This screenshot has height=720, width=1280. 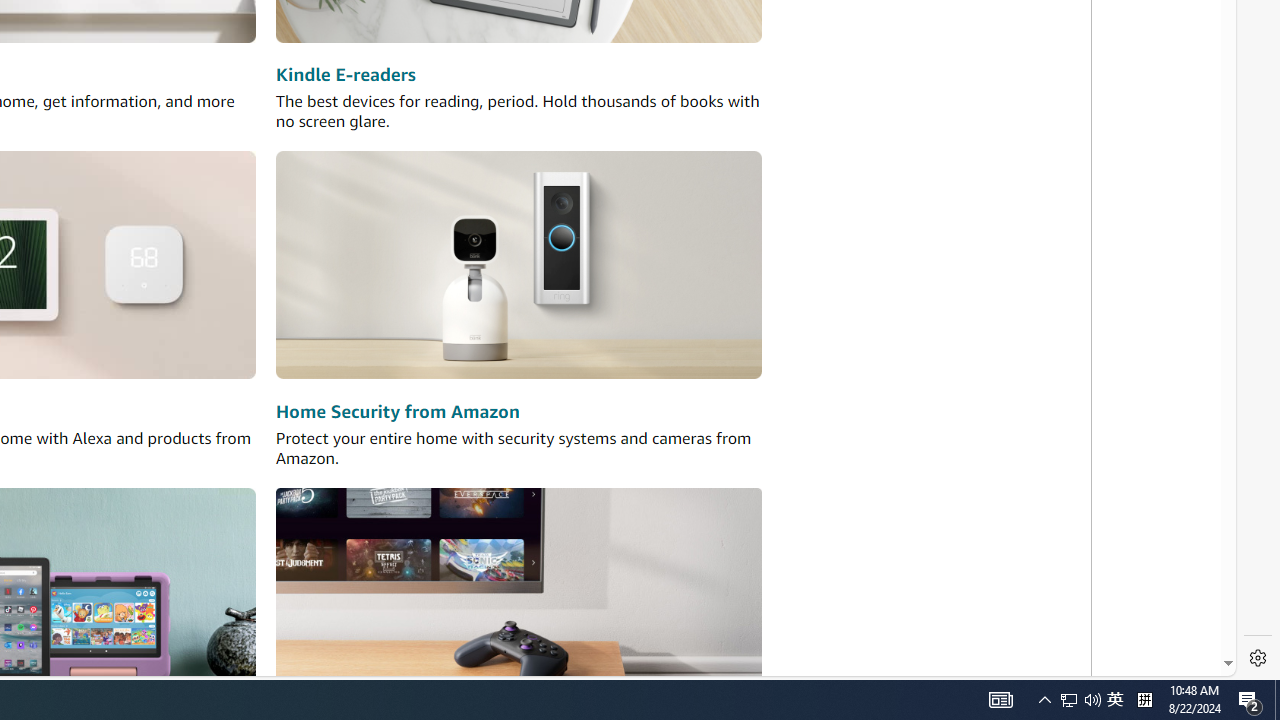 What do you see at coordinates (519, 264) in the screenshot?
I see `'Home Security devices'` at bounding box center [519, 264].